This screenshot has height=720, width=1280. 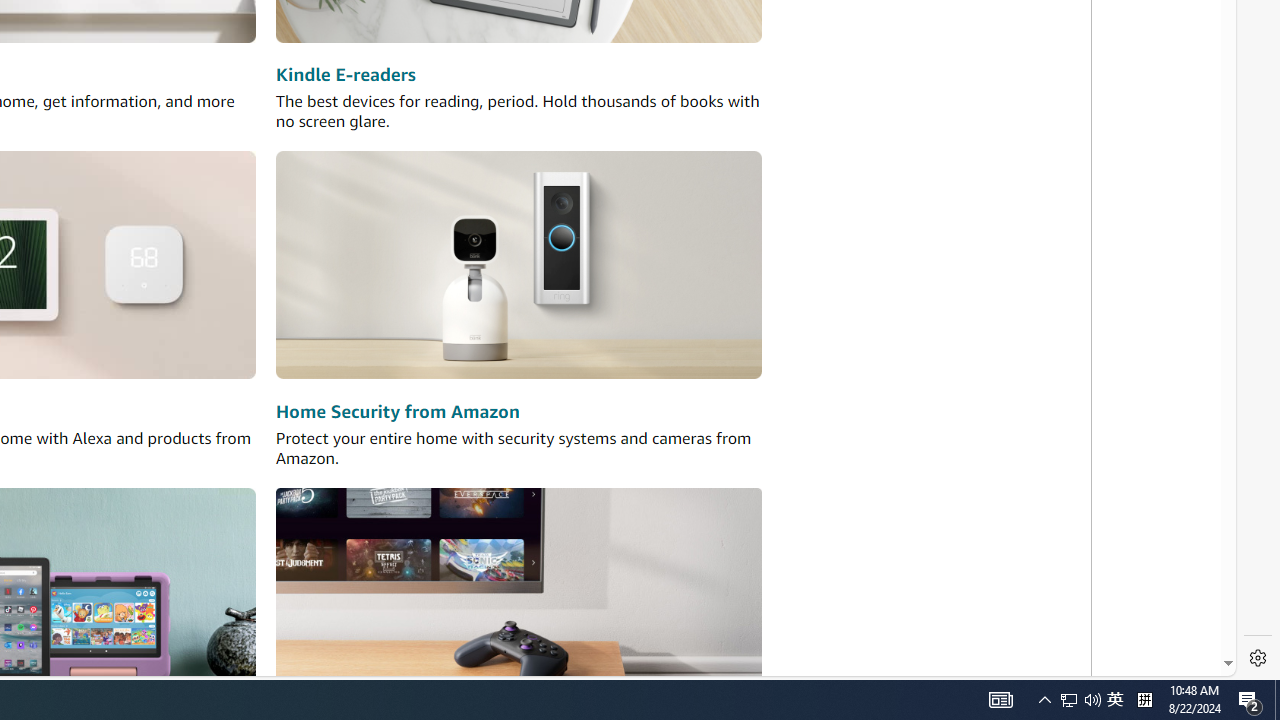 What do you see at coordinates (519, 264) in the screenshot?
I see `'Home Security devices'` at bounding box center [519, 264].